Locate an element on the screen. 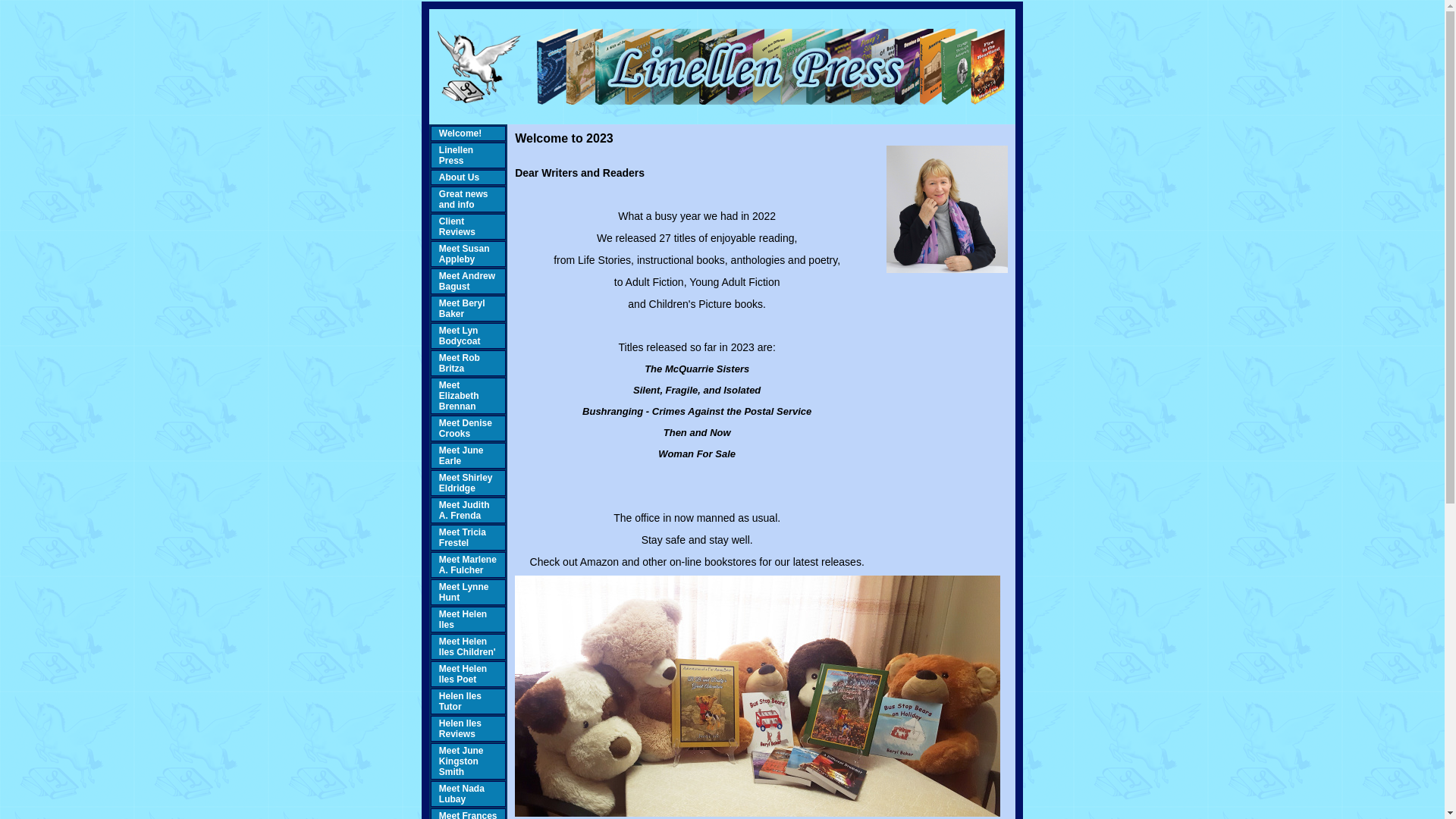 Image resolution: width=1456 pixels, height=819 pixels. 'Meet Elizabeth Brennan' is located at coordinates (458, 394).